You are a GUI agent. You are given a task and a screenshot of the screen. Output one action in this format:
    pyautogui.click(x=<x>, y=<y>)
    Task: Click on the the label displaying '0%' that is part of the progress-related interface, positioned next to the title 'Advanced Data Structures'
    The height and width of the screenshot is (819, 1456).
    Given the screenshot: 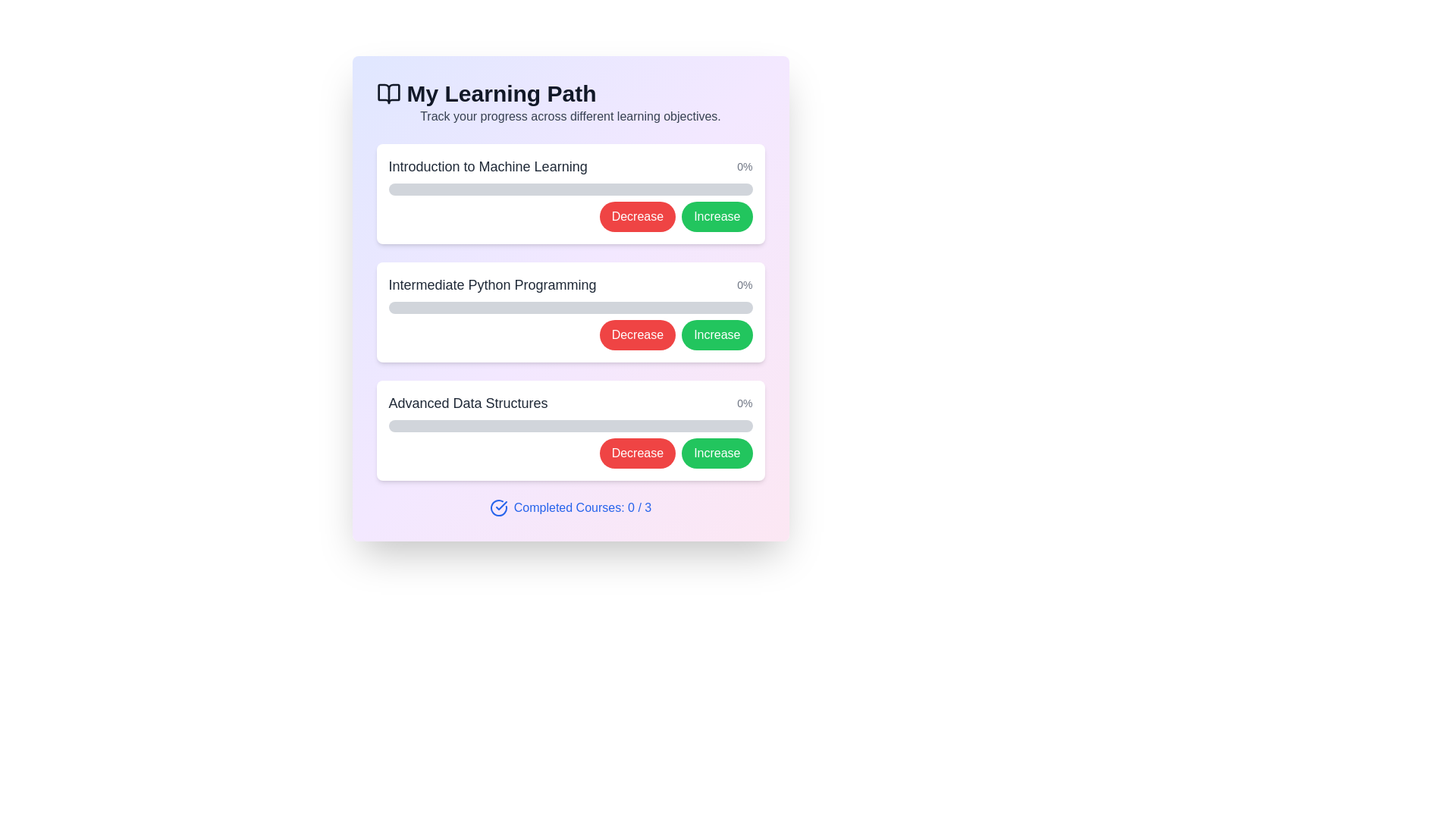 What is the action you would take?
    pyautogui.click(x=745, y=403)
    